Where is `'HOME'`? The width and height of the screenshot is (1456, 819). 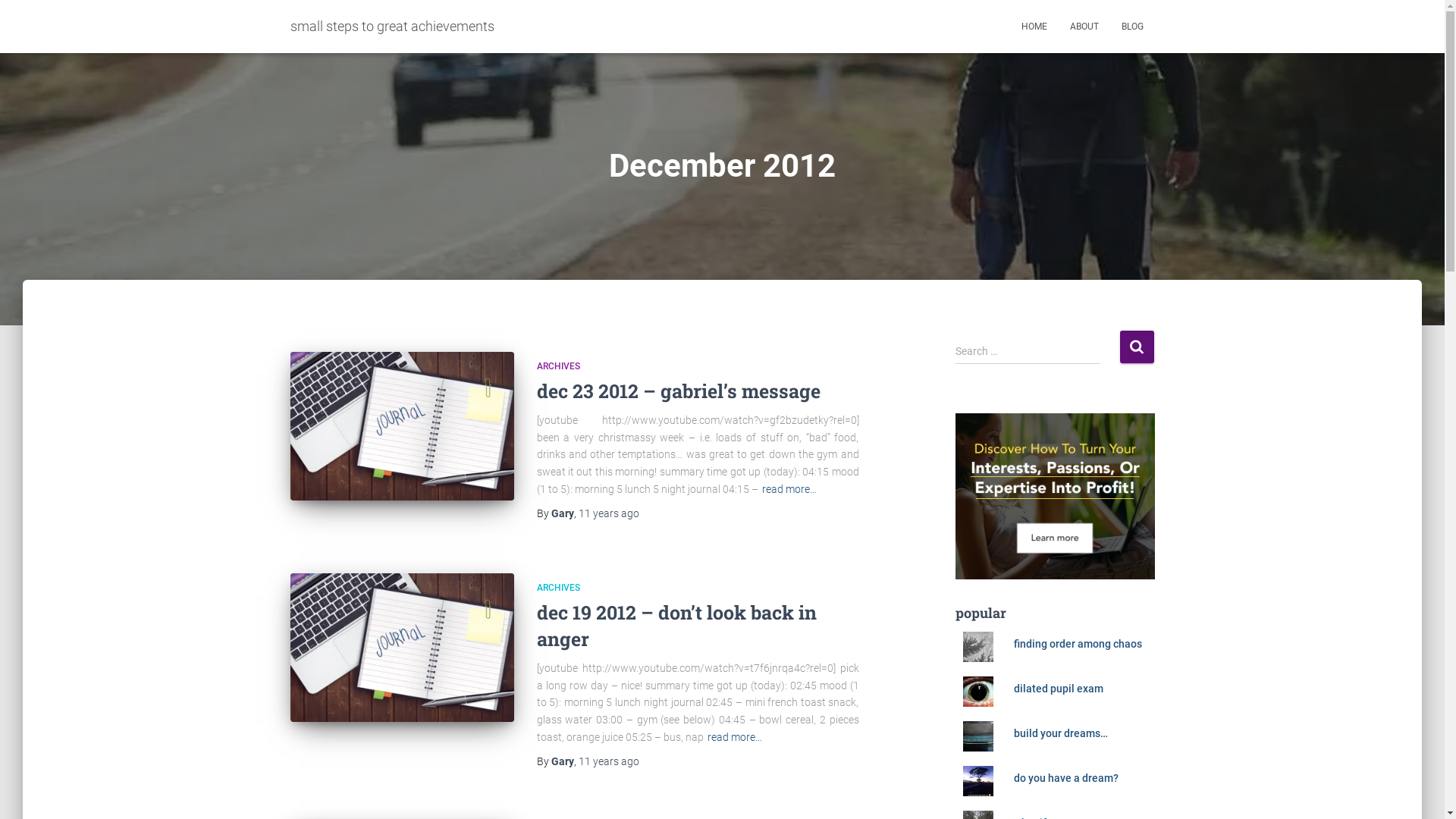 'HOME' is located at coordinates (1033, 26).